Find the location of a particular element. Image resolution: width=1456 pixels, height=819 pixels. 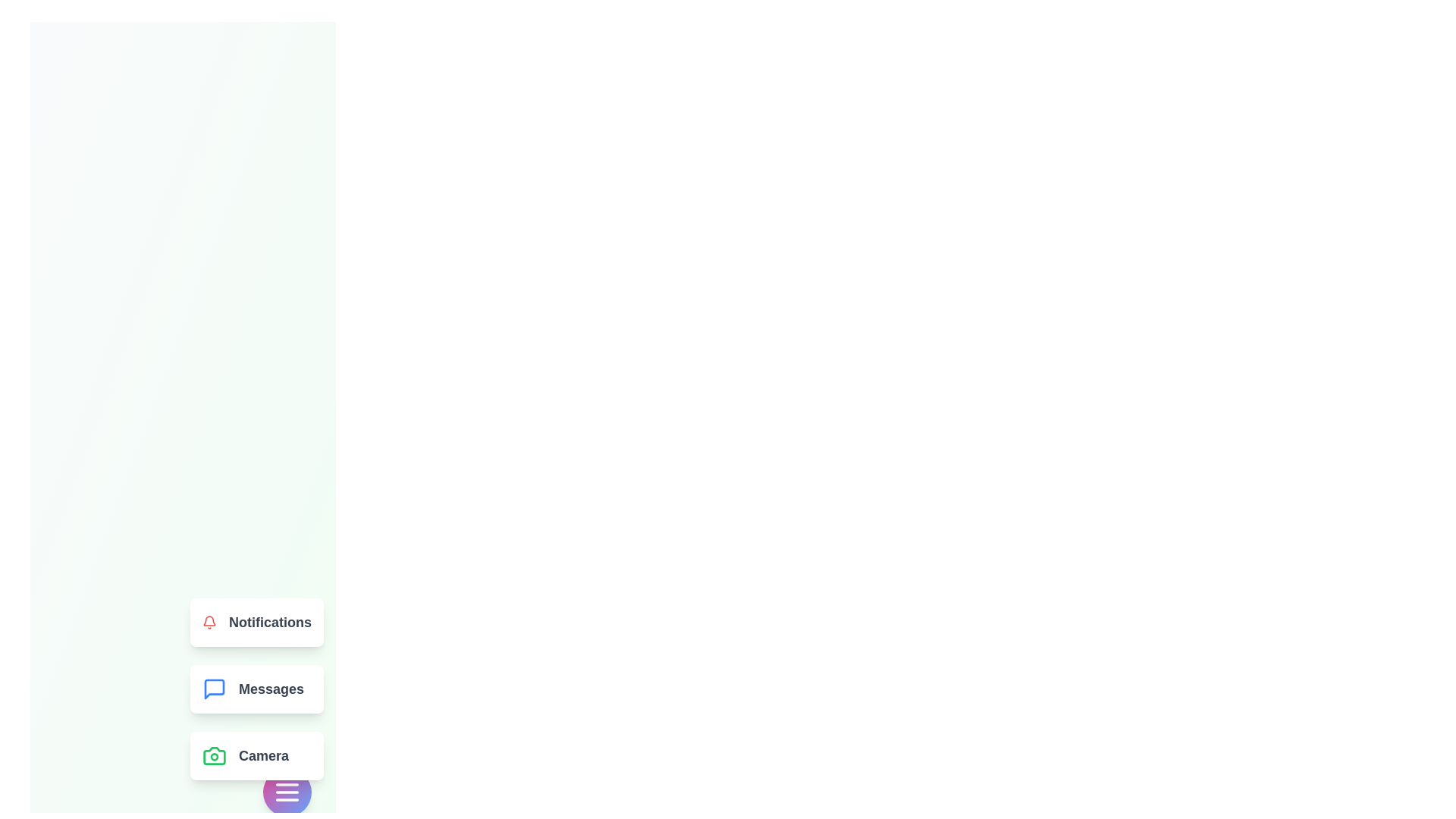

the 'Notifications' option is located at coordinates (257, 623).